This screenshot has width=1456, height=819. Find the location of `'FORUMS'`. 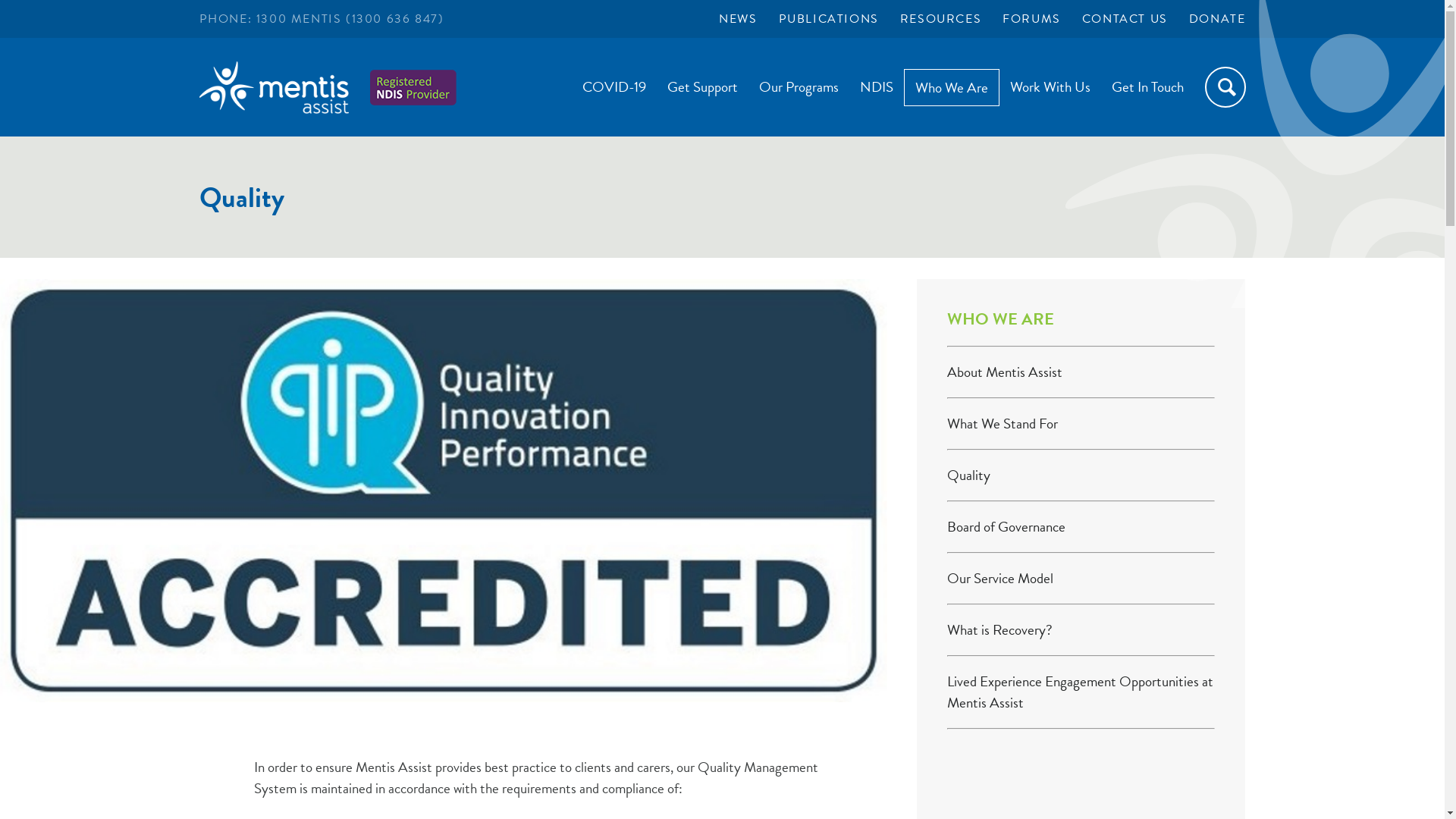

'FORUMS' is located at coordinates (1002, 18).